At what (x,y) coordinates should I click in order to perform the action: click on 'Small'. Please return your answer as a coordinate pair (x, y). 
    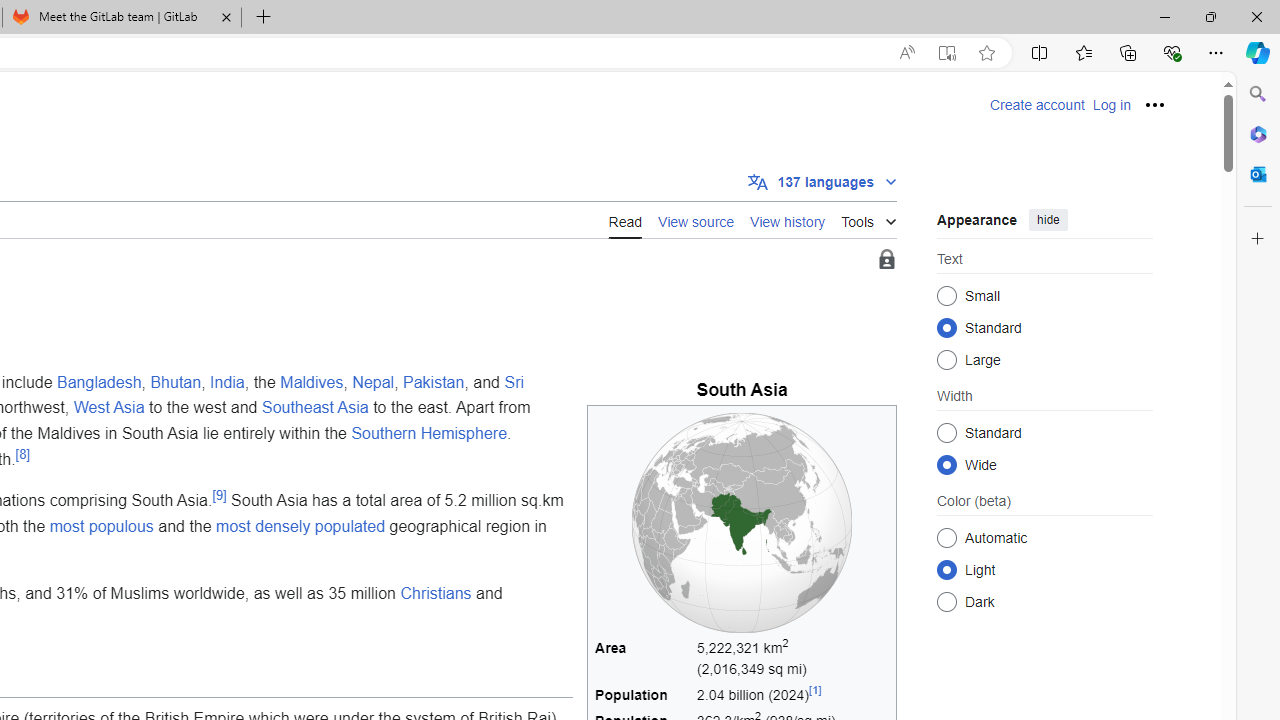
    Looking at the image, I should click on (946, 295).